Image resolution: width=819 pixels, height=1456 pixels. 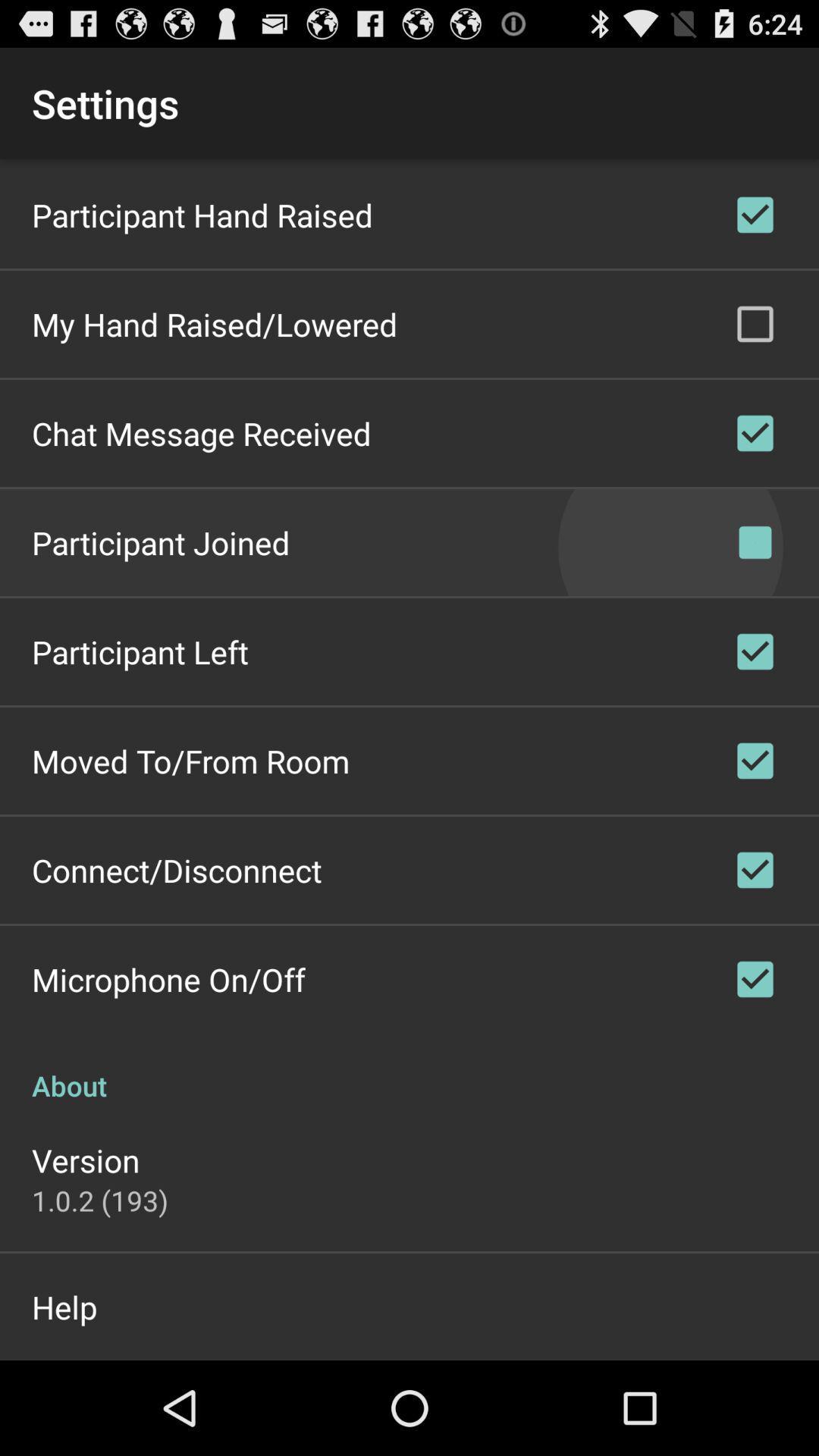 What do you see at coordinates (140, 651) in the screenshot?
I see `participant left app` at bounding box center [140, 651].